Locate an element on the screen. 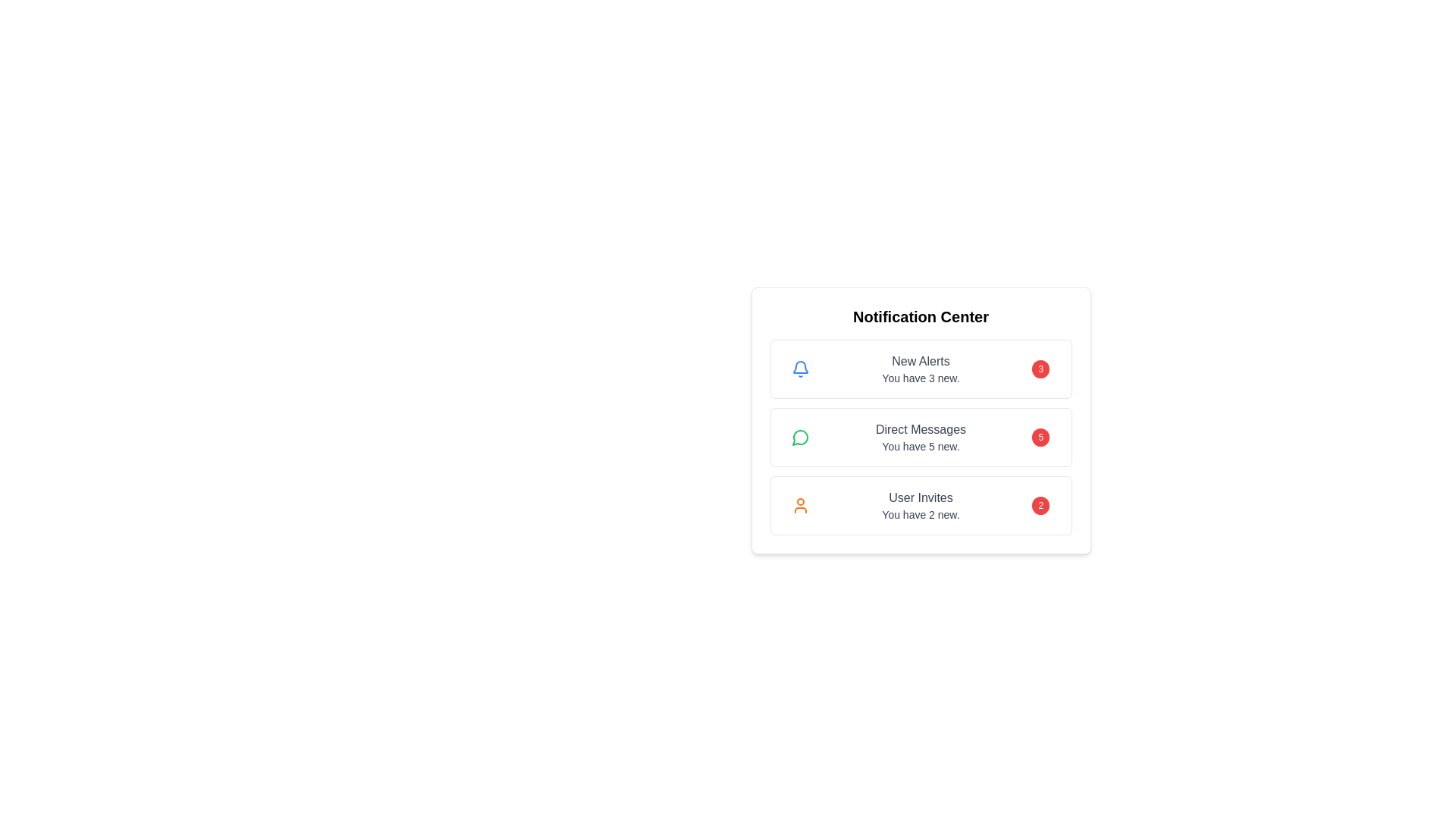  green circular icon with a speech bubble outline located in the second row of the notification center, which represents 'Direct Messages.' is located at coordinates (800, 438).